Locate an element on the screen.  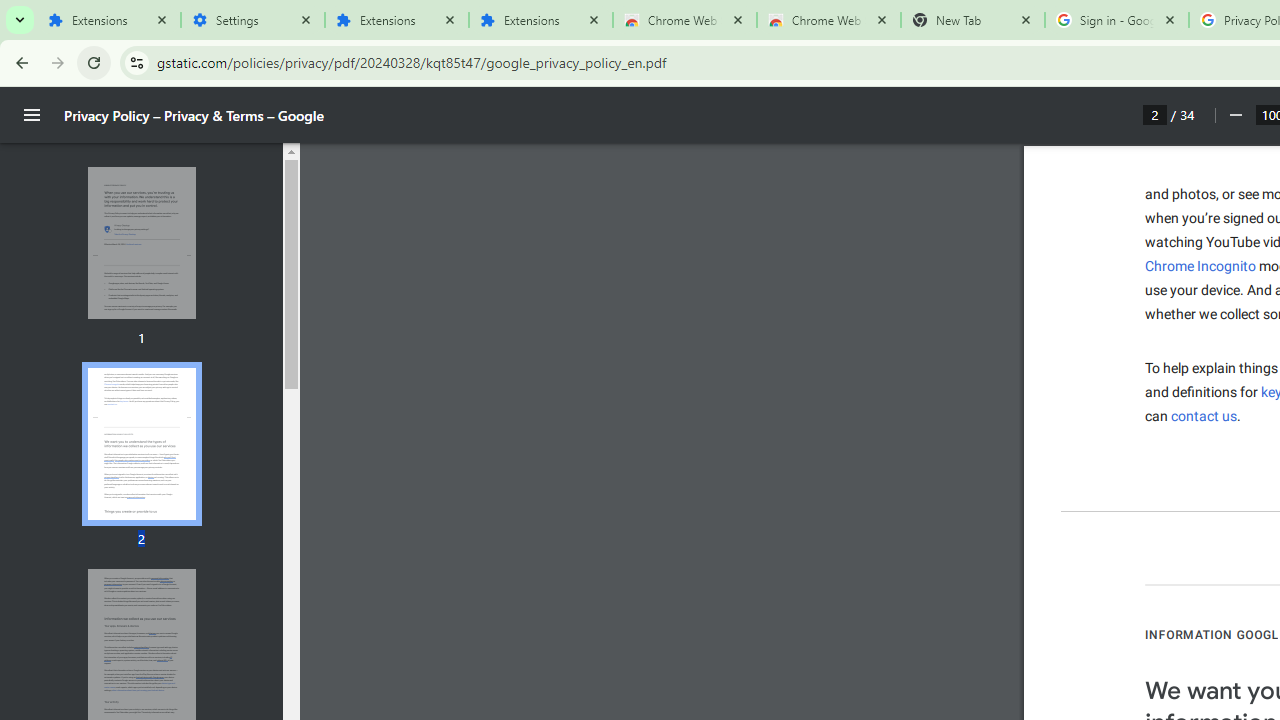
'New Tab' is located at coordinates (972, 20).